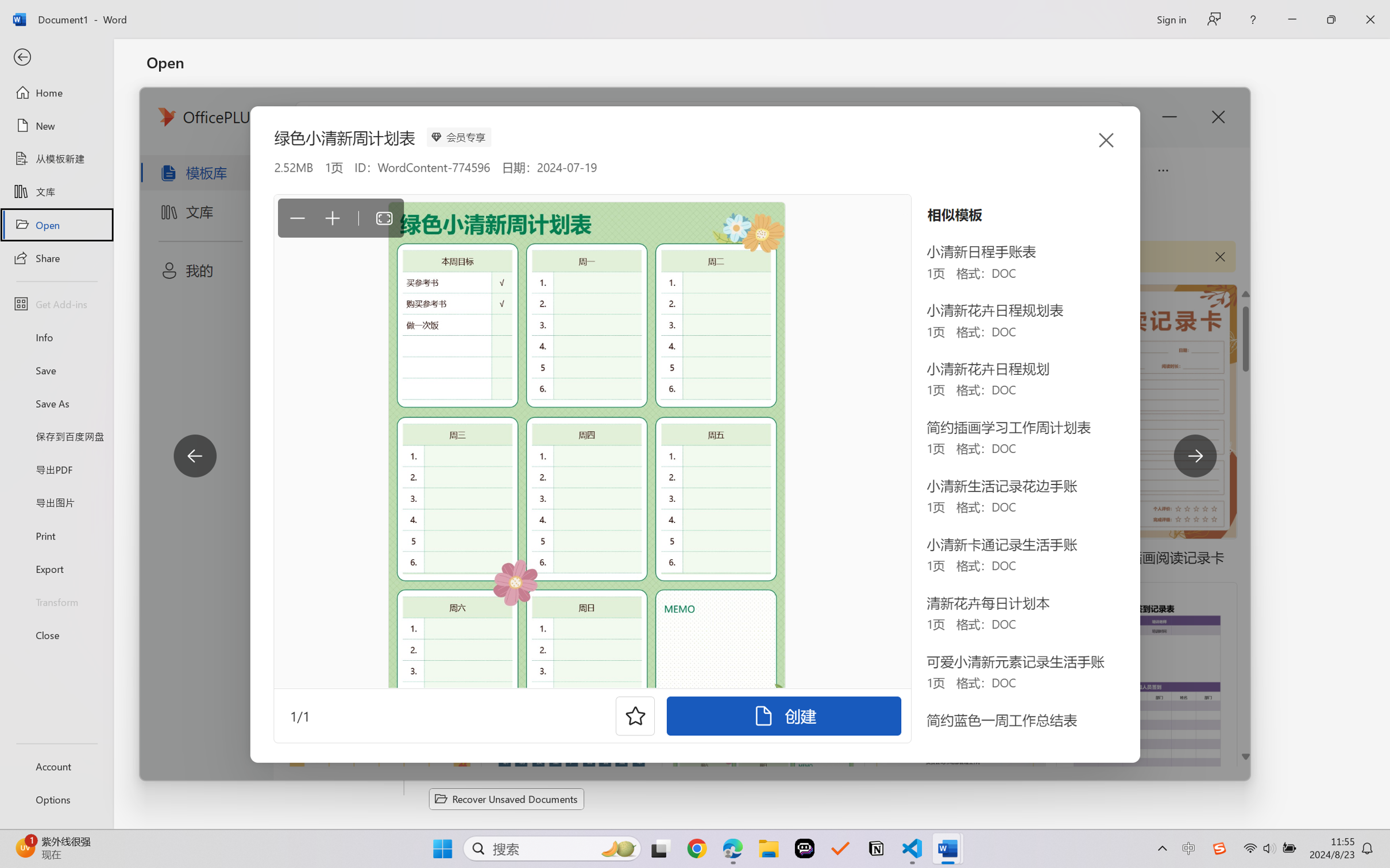 This screenshot has height=868, width=1390. I want to click on 'New', so click(56, 125).